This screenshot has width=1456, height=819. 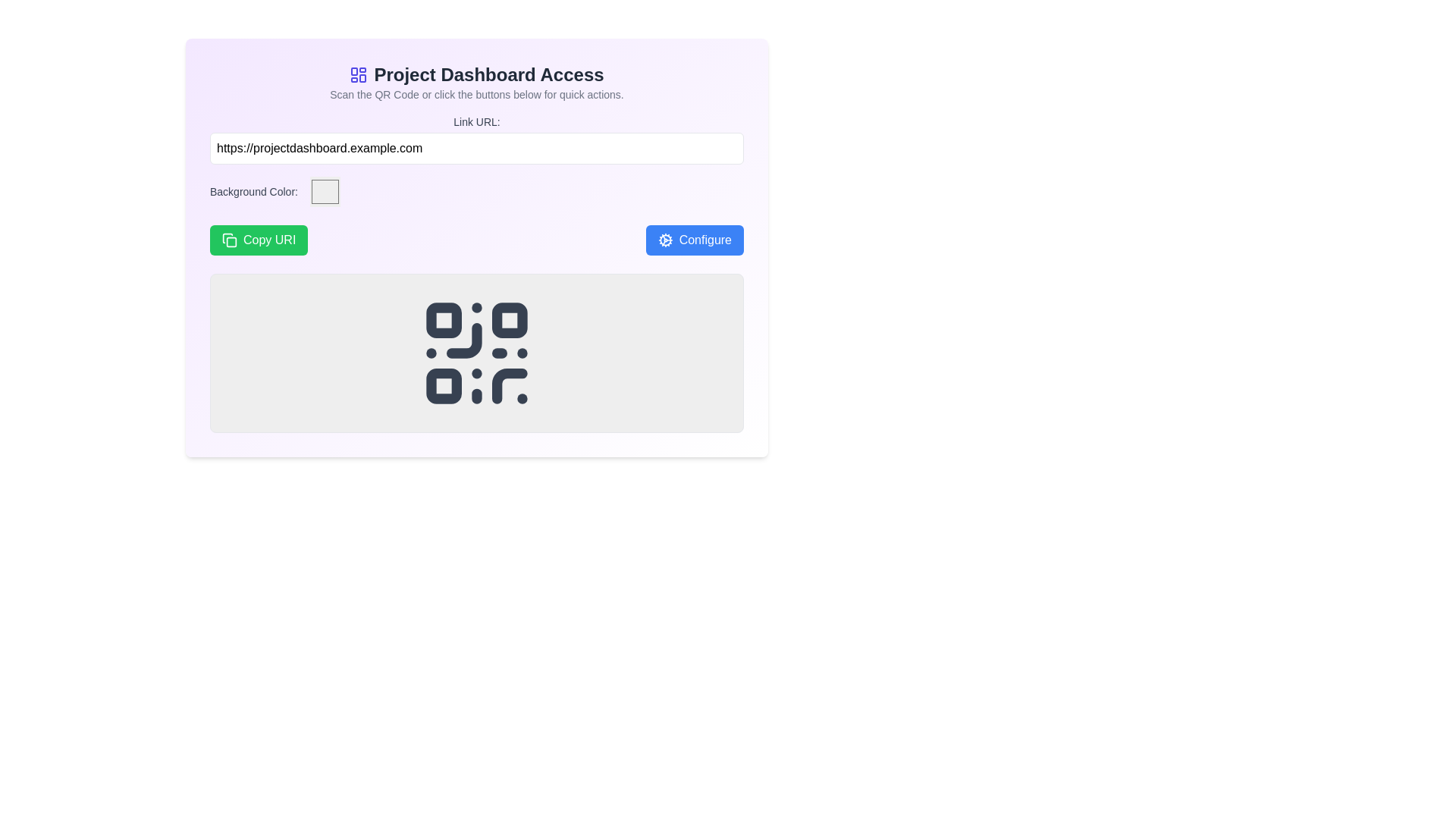 What do you see at coordinates (694, 239) in the screenshot?
I see `the second button in the row, located to the right of the 'Copy URI' button` at bounding box center [694, 239].